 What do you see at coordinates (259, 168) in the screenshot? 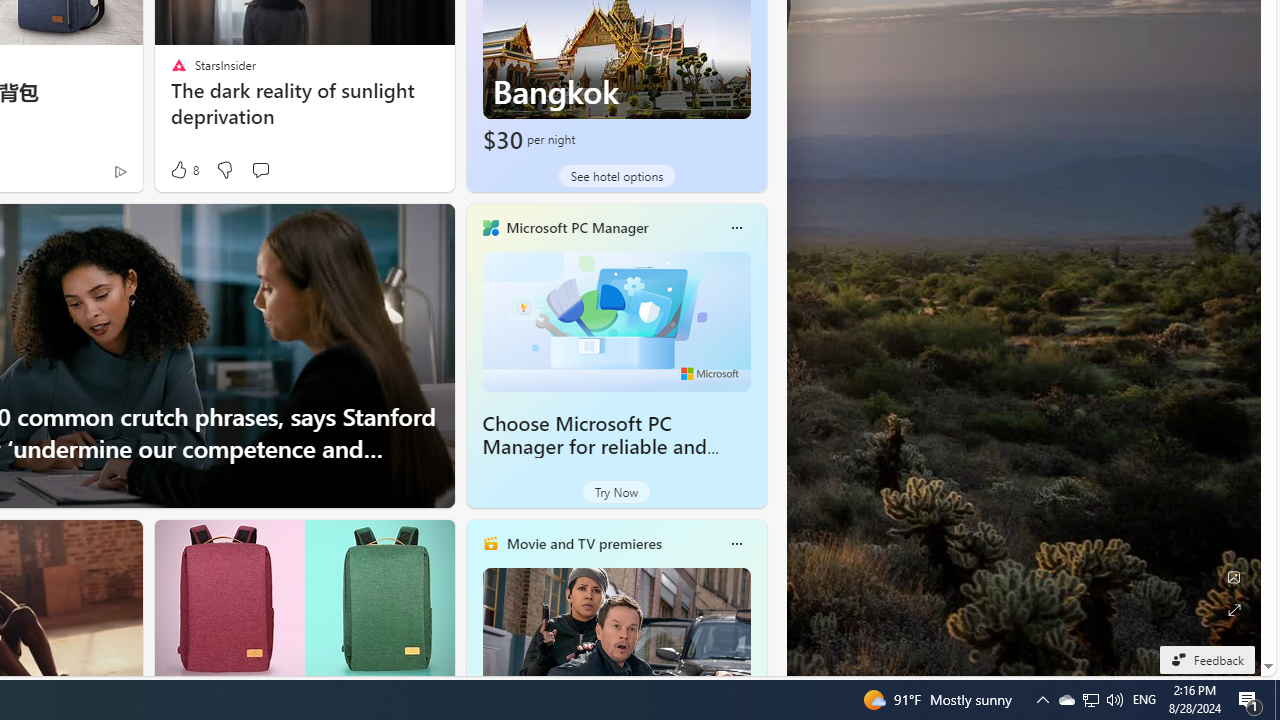
I see `'Start the conversation'` at bounding box center [259, 168].